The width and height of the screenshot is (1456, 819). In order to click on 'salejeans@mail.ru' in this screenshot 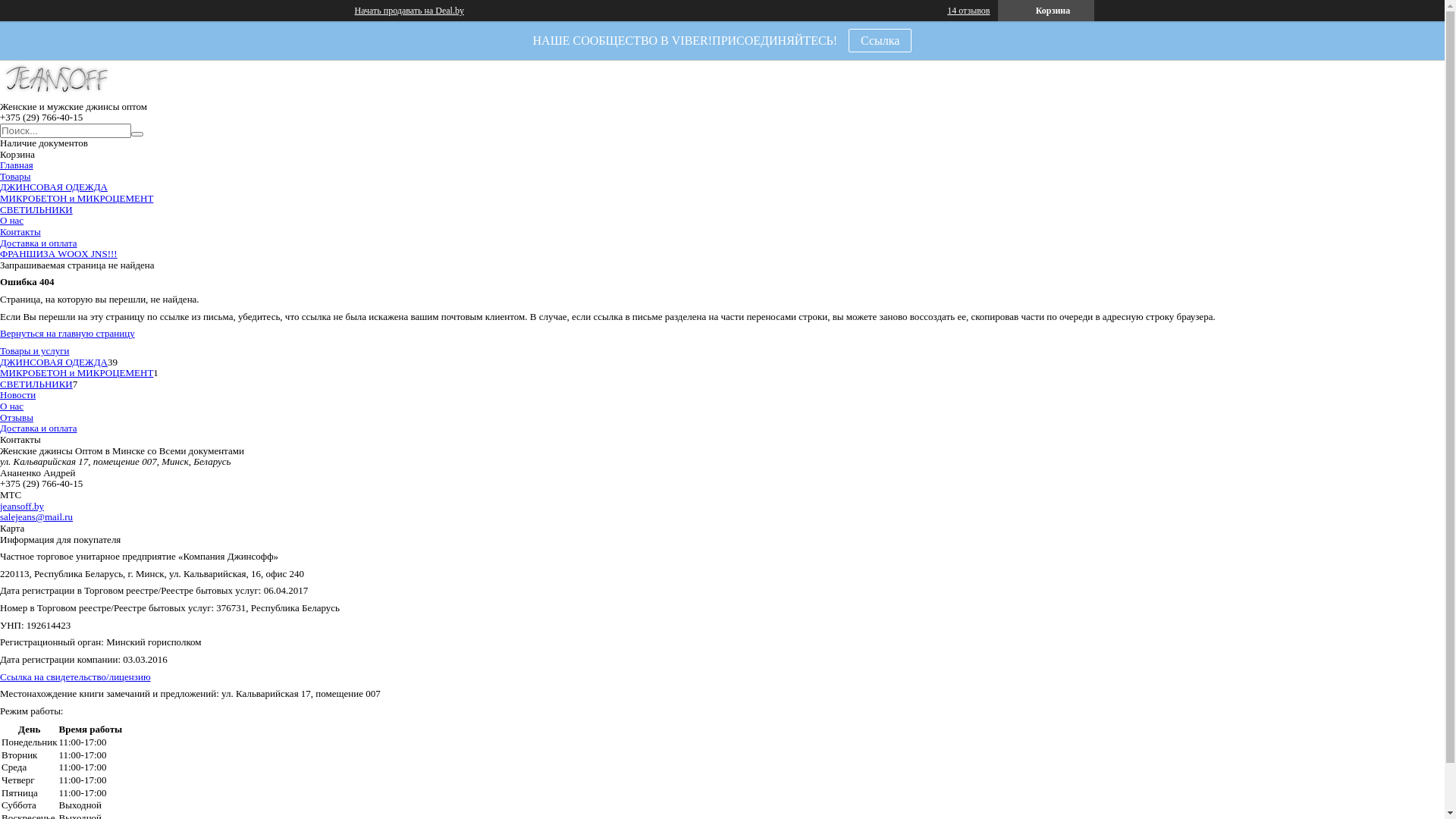, I will do `click(36, 516)`.